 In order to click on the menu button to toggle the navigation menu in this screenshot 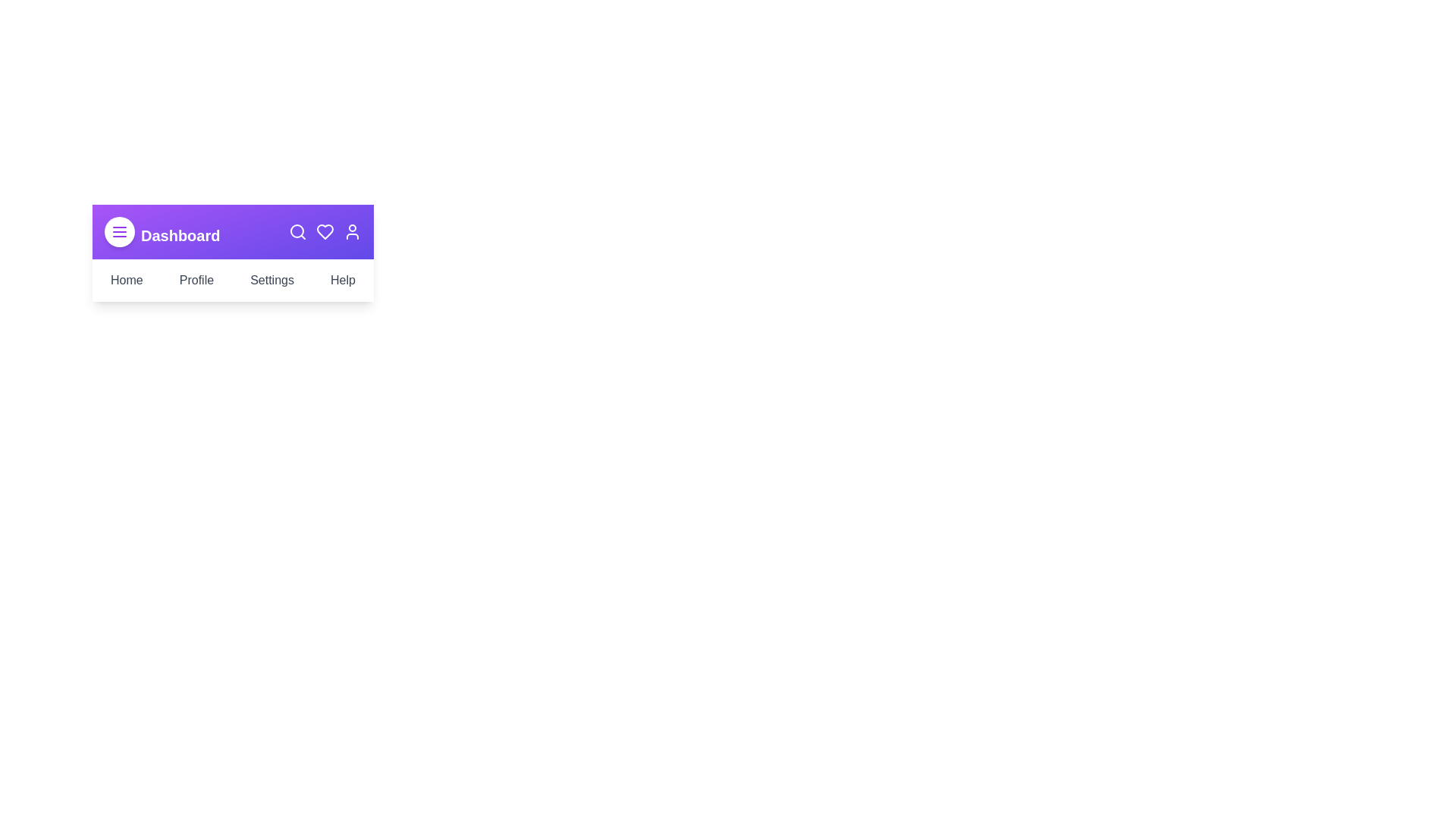, I will do `click(119, 231)`.